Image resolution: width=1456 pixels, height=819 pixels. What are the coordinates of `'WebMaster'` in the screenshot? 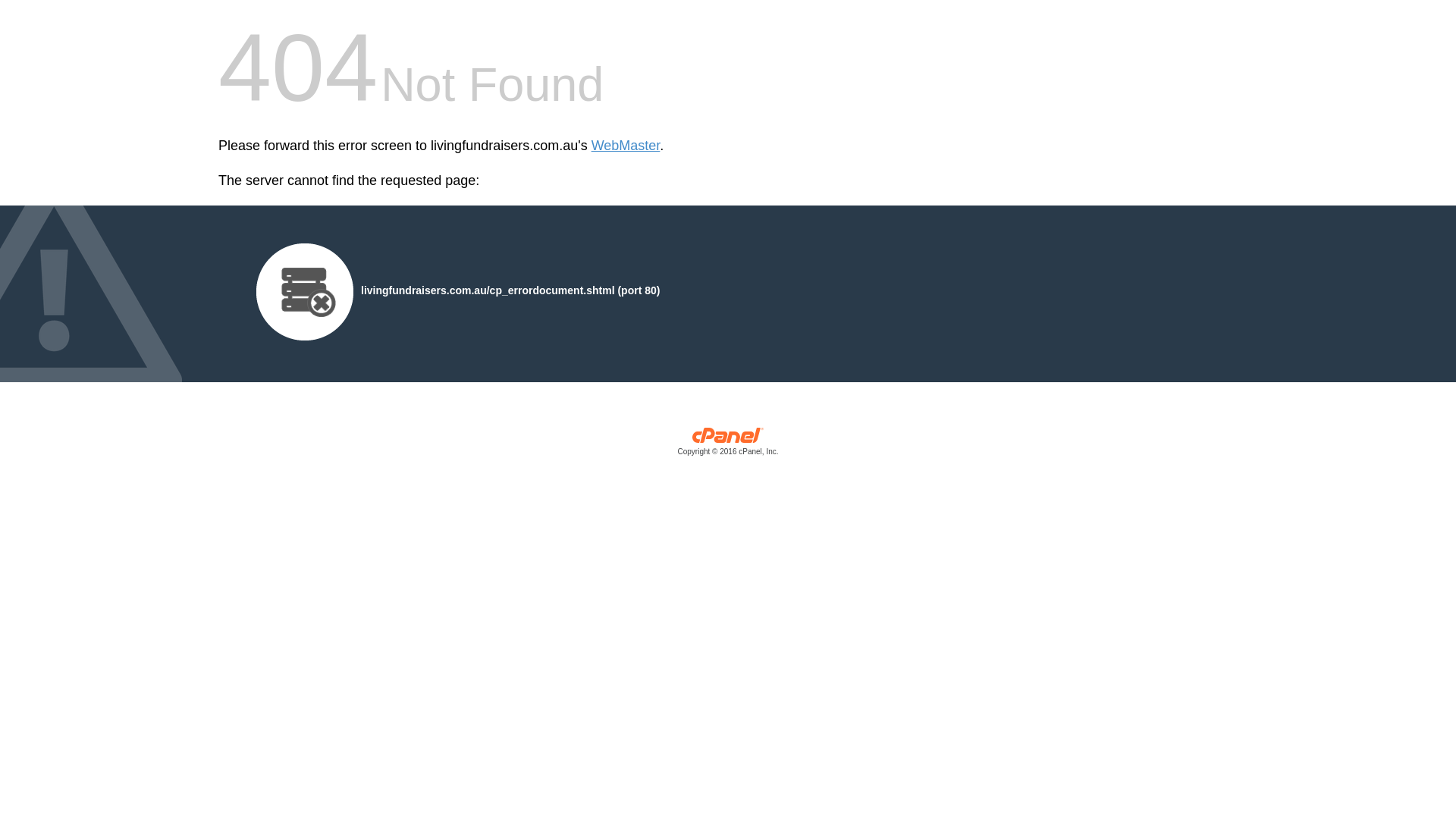 It's located at (626, 146).